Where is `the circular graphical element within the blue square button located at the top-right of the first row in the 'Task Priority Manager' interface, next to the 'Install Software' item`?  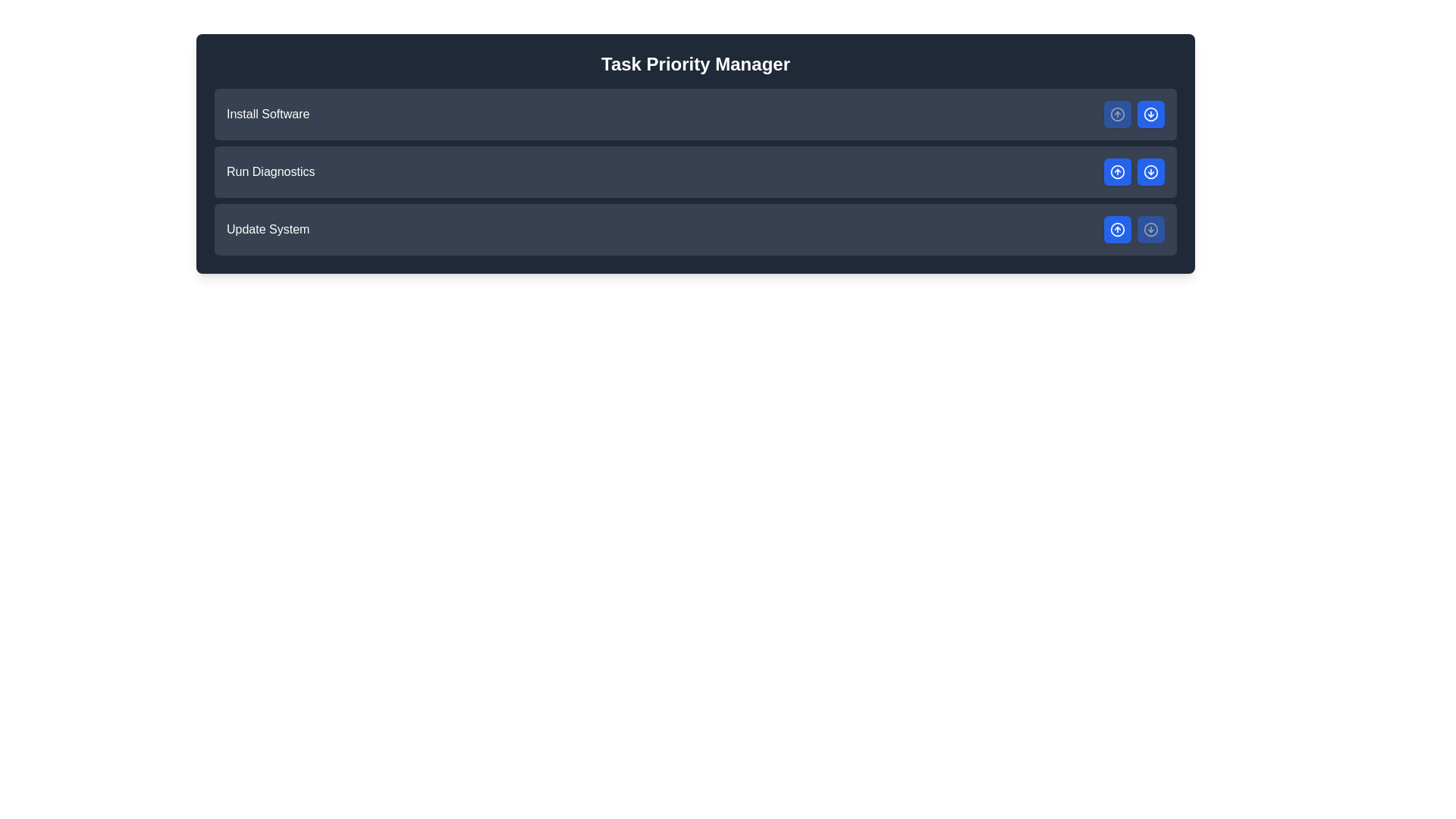 the circular graphical element within the blue square button located at the top-right of the first row in the 'Task Priority Manager' interface, next to the 'Install Software' item is located at coordinates (1117, 113).